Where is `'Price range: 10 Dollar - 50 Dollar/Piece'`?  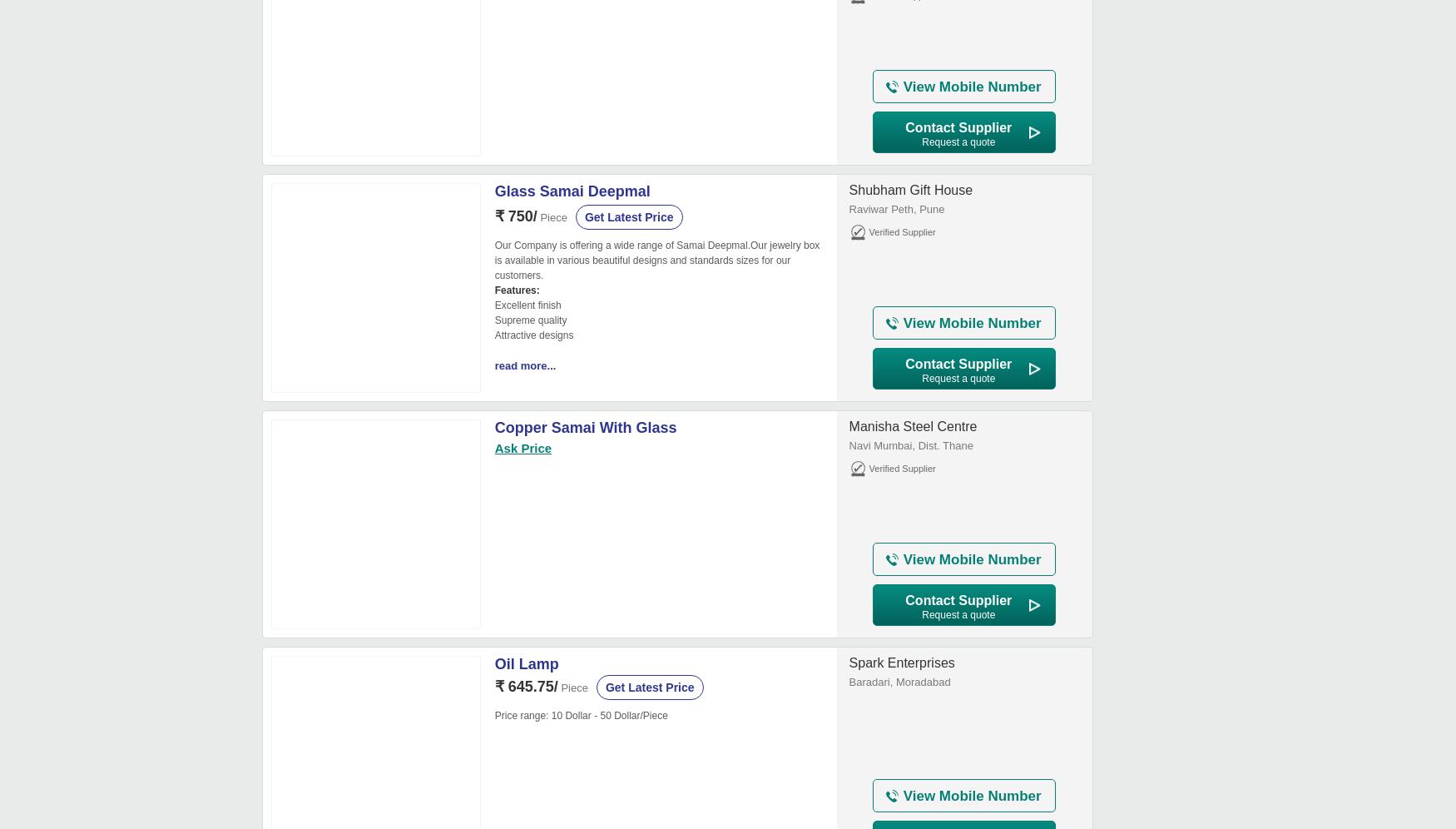 'Price range: 10 Dollar - 50 Dollar/Piece' is located at coordinates (581, 716).